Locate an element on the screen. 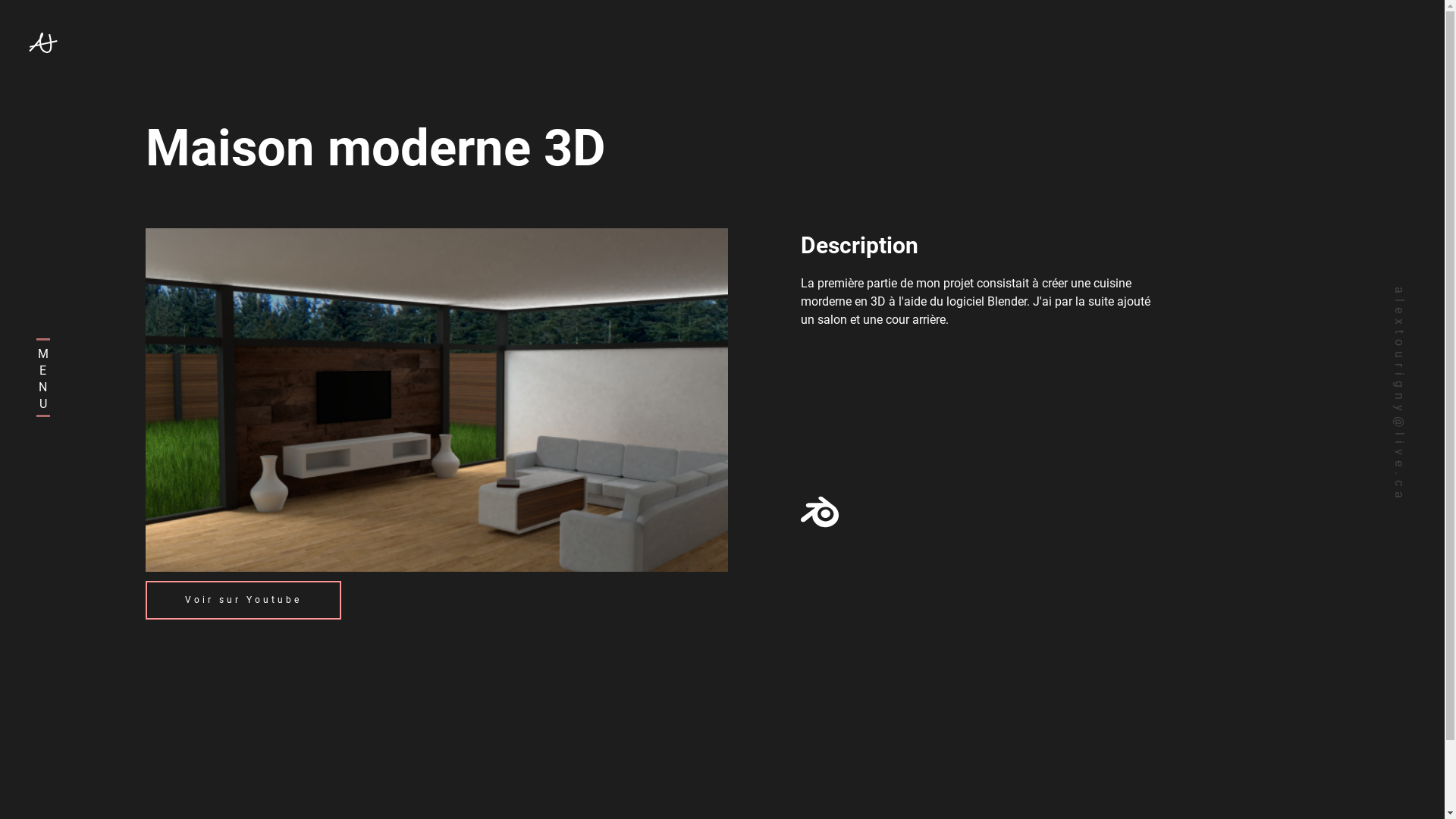 This screenshot has height=819, width=1456. 'MENU' is located at coordinates (51, 376).